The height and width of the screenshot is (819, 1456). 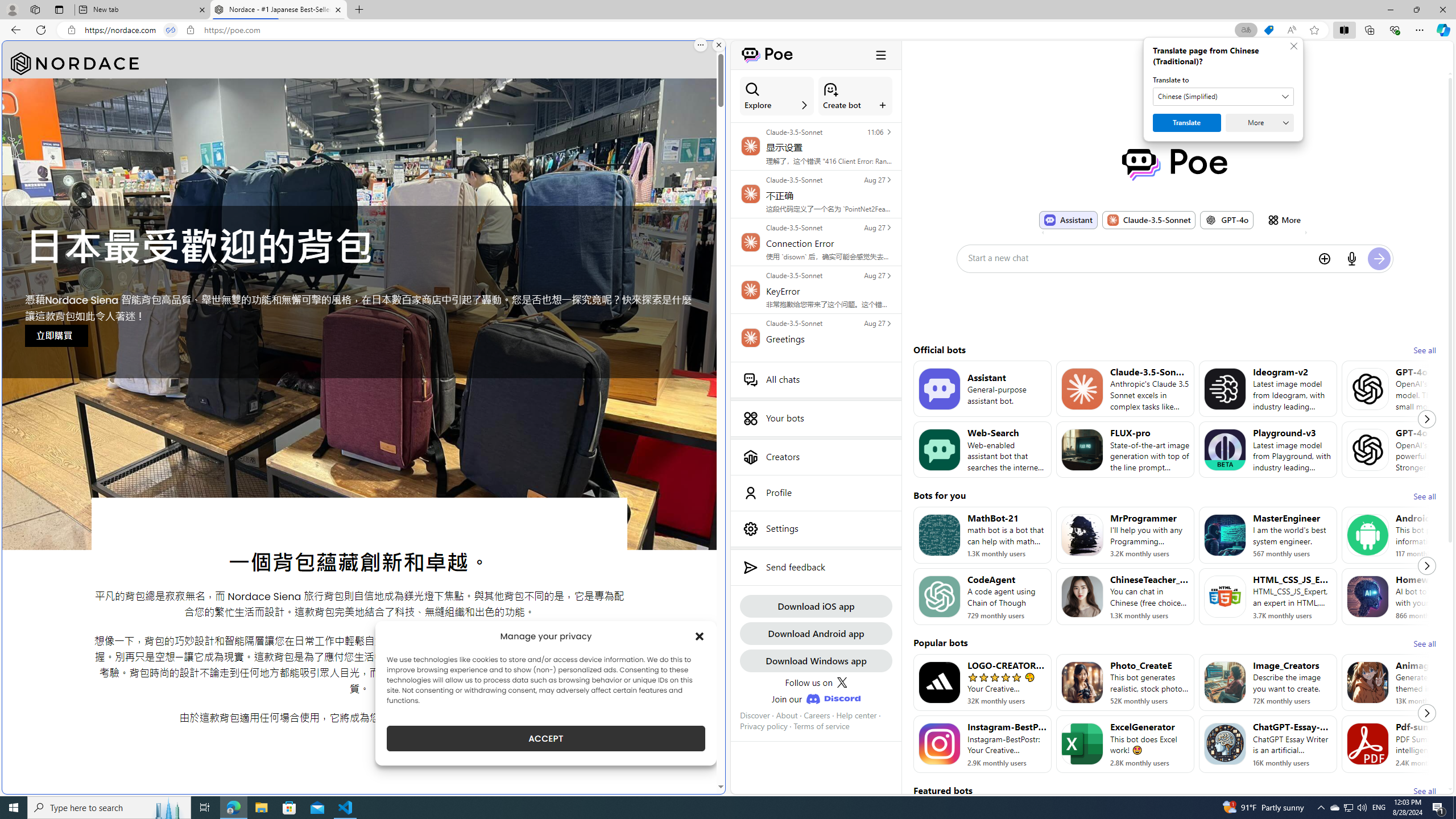 What do you see at coordinates (545, 738) in the screenshot?
I see `'ACCEPT'` at bounding box center [545, 738].